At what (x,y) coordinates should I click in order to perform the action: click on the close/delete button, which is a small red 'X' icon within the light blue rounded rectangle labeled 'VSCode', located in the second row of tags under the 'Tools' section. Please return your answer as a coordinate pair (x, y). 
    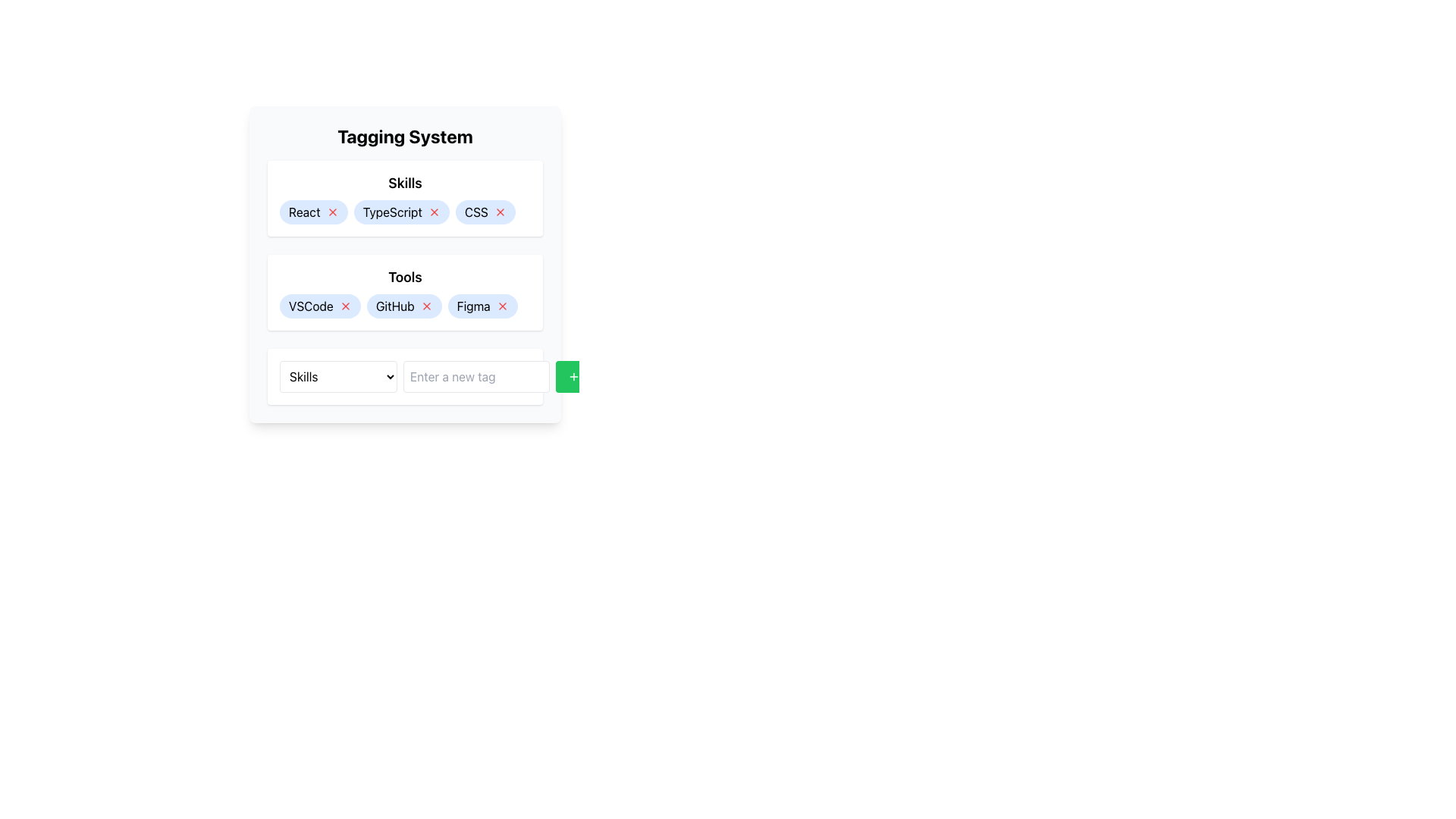
    Looking at the image, I should click on (344, 306).